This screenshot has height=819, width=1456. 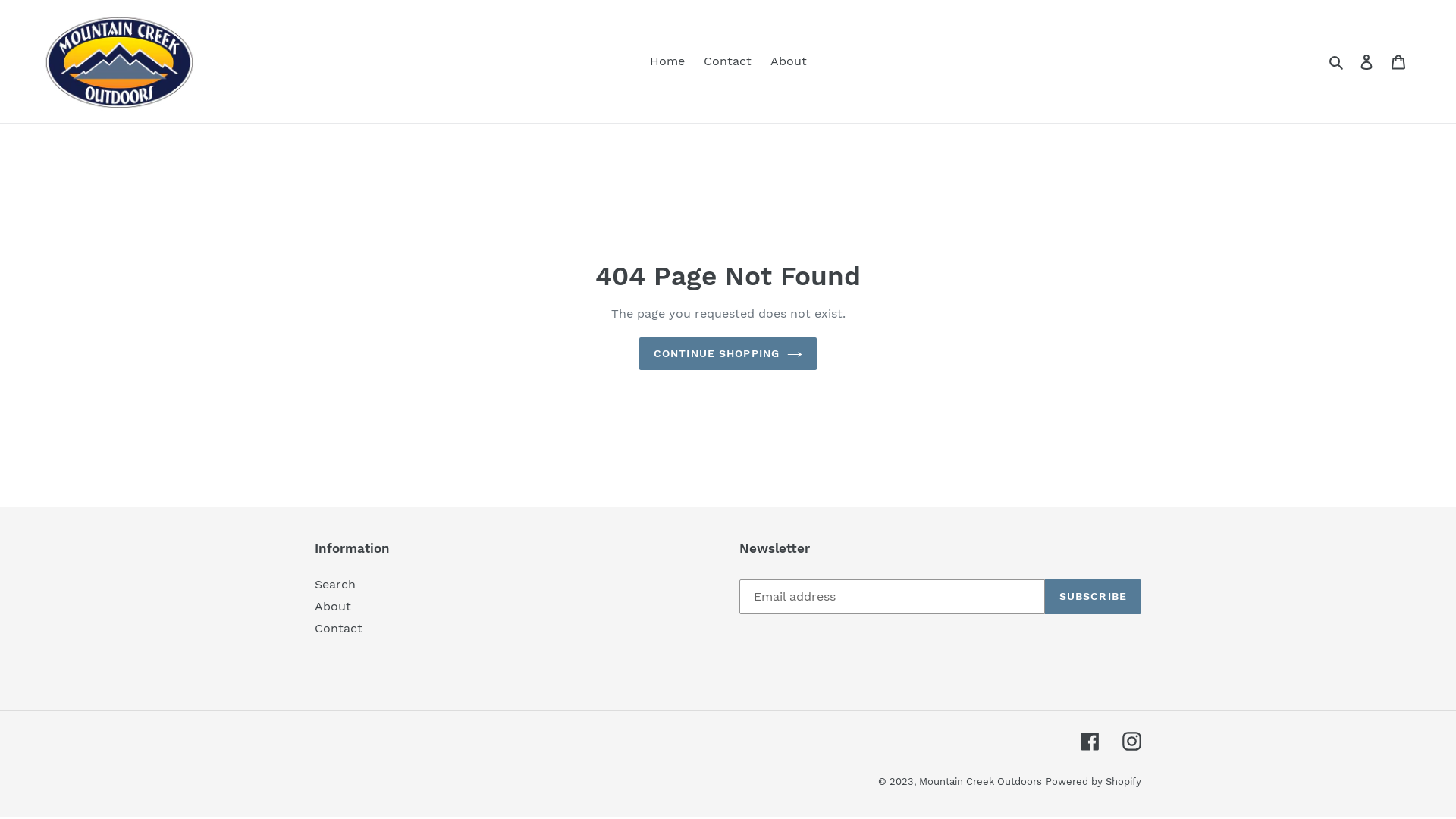 I want to click on 'Cart', so click(x=1397, y=61).